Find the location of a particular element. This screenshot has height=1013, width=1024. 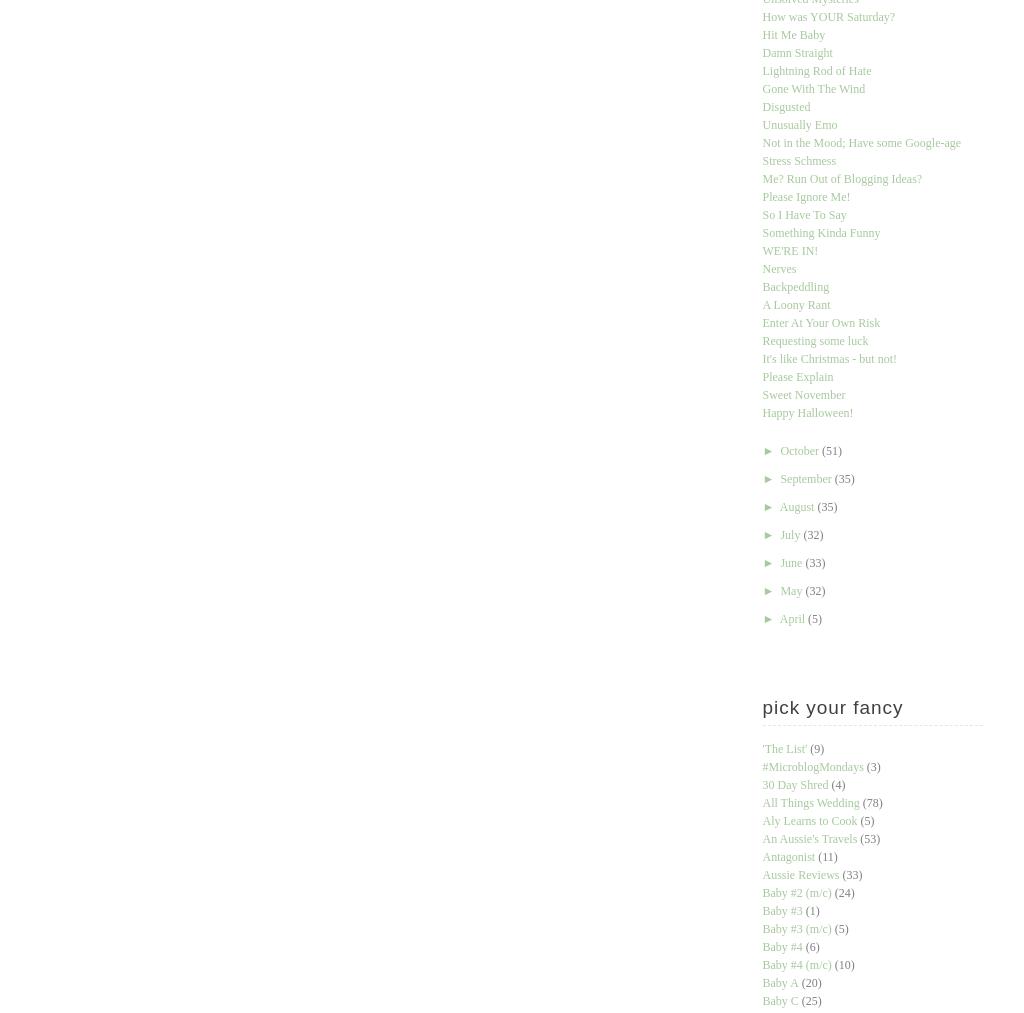

'WE'RE IN!' is located at coordinates (760, 250).